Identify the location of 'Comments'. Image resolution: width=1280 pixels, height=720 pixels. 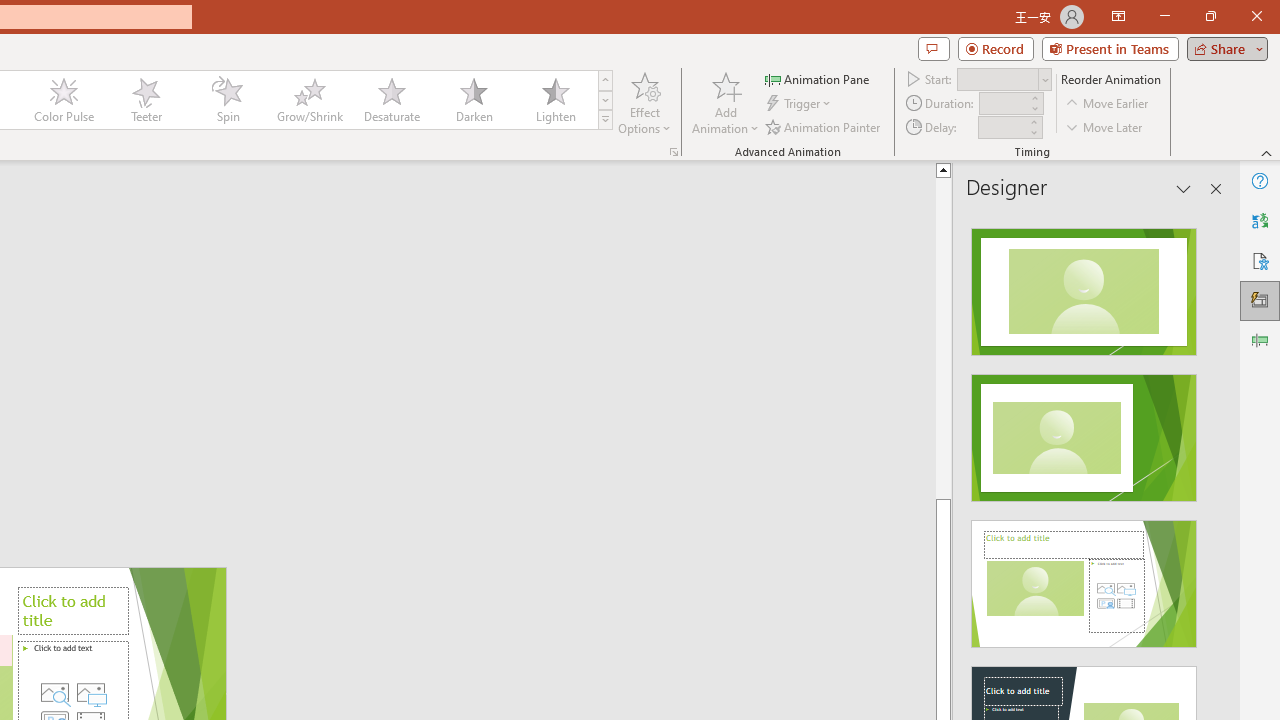
(932, 47).